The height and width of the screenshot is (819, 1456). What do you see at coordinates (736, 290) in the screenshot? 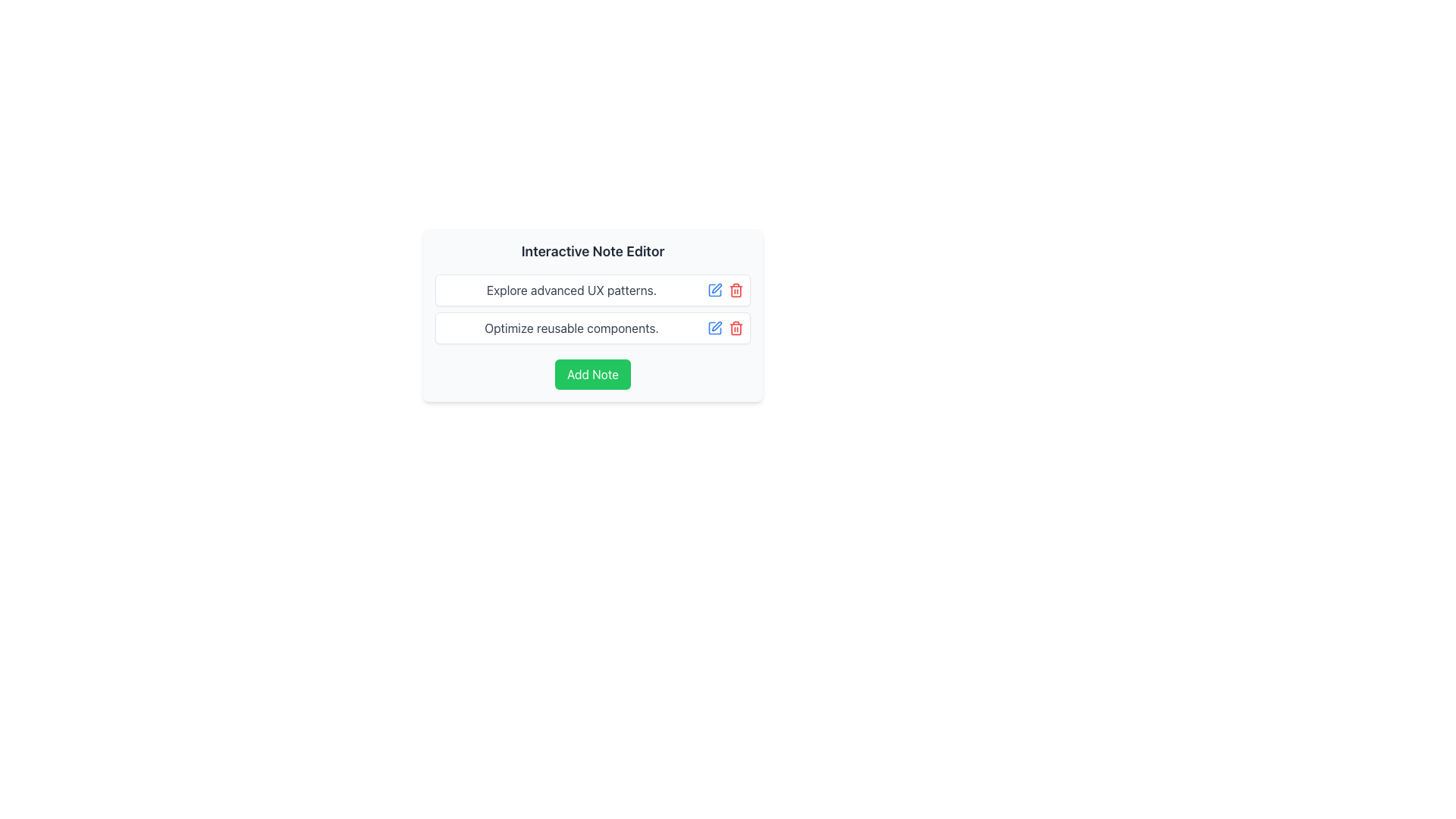
I see `the trash icon, which is styled in red and positioned to the right of the blue edit icon in the row displaying 'Explore advanced UX patterns.'` at bounding box center [736, 290].